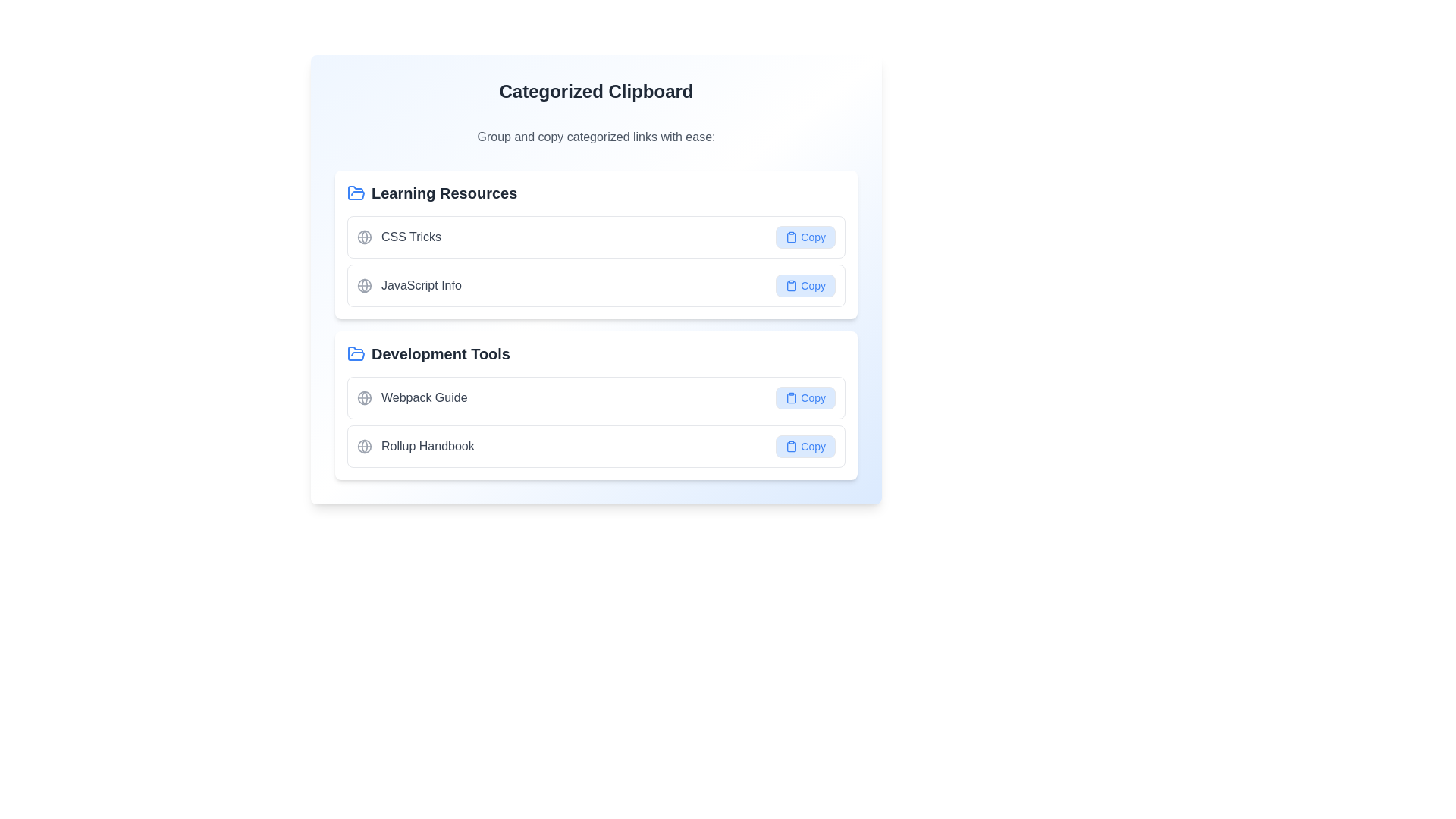  I want to click on the icon representing files or directories in the 'Learning Resources' section, so click(356, 192).